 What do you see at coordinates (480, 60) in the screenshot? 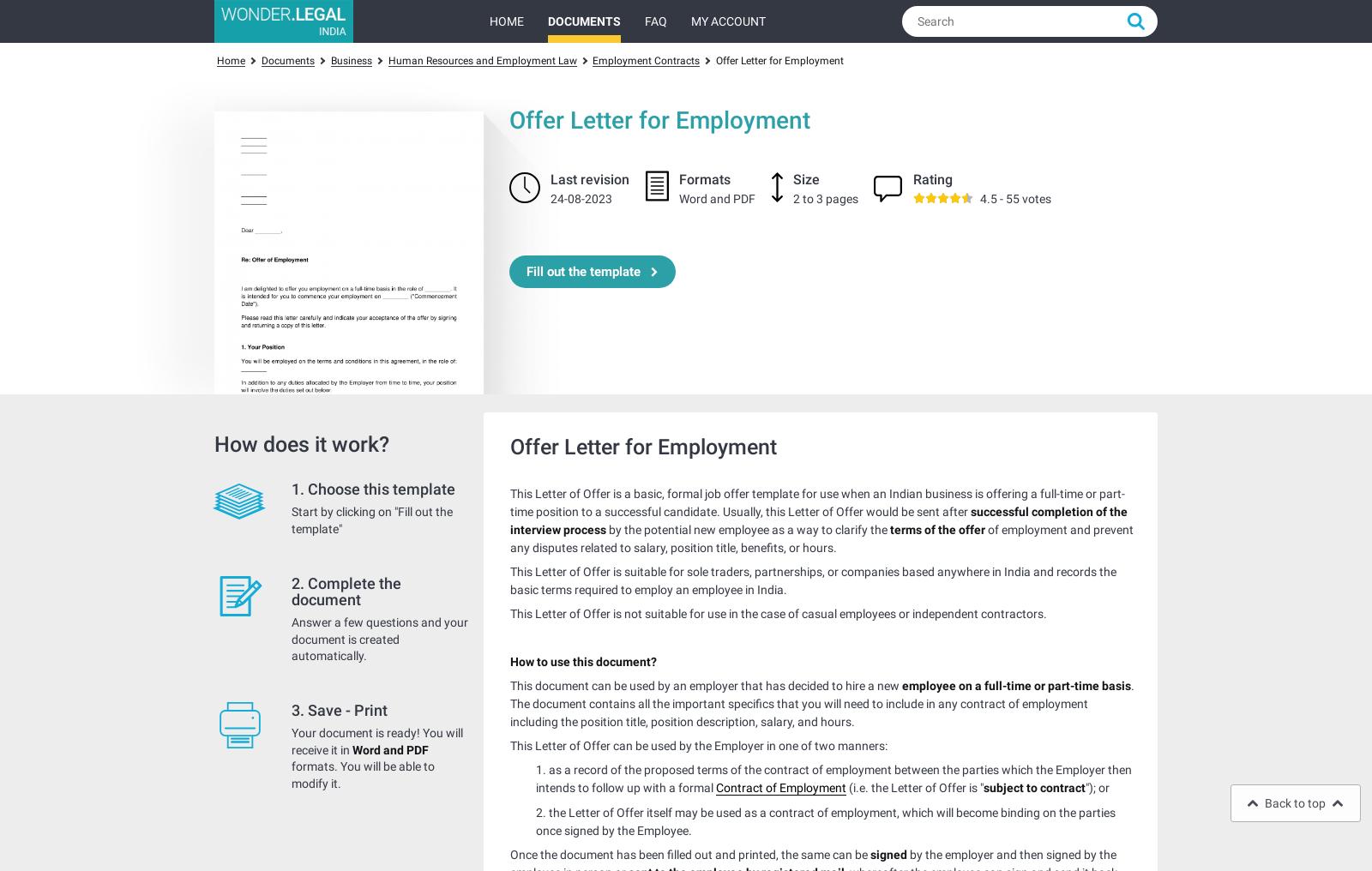
I see `'Human Resources and Employment Law'` at bounding box center [480, 60].